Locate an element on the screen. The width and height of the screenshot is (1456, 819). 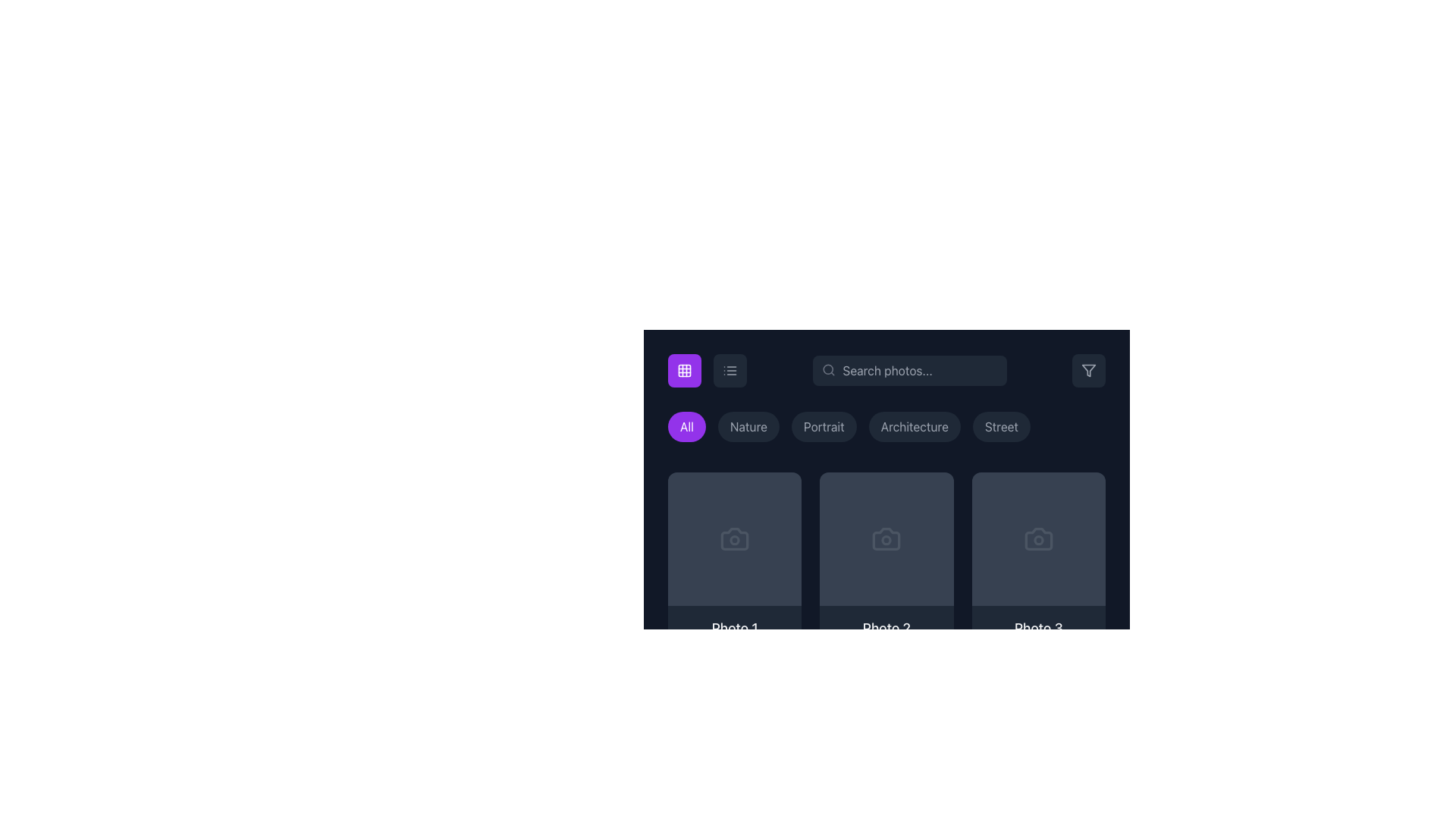
text displayed in the 'Photo 1' label, which is positioned below a dark gray image placeholder in the grid layout is located at coordinates (735, 629).